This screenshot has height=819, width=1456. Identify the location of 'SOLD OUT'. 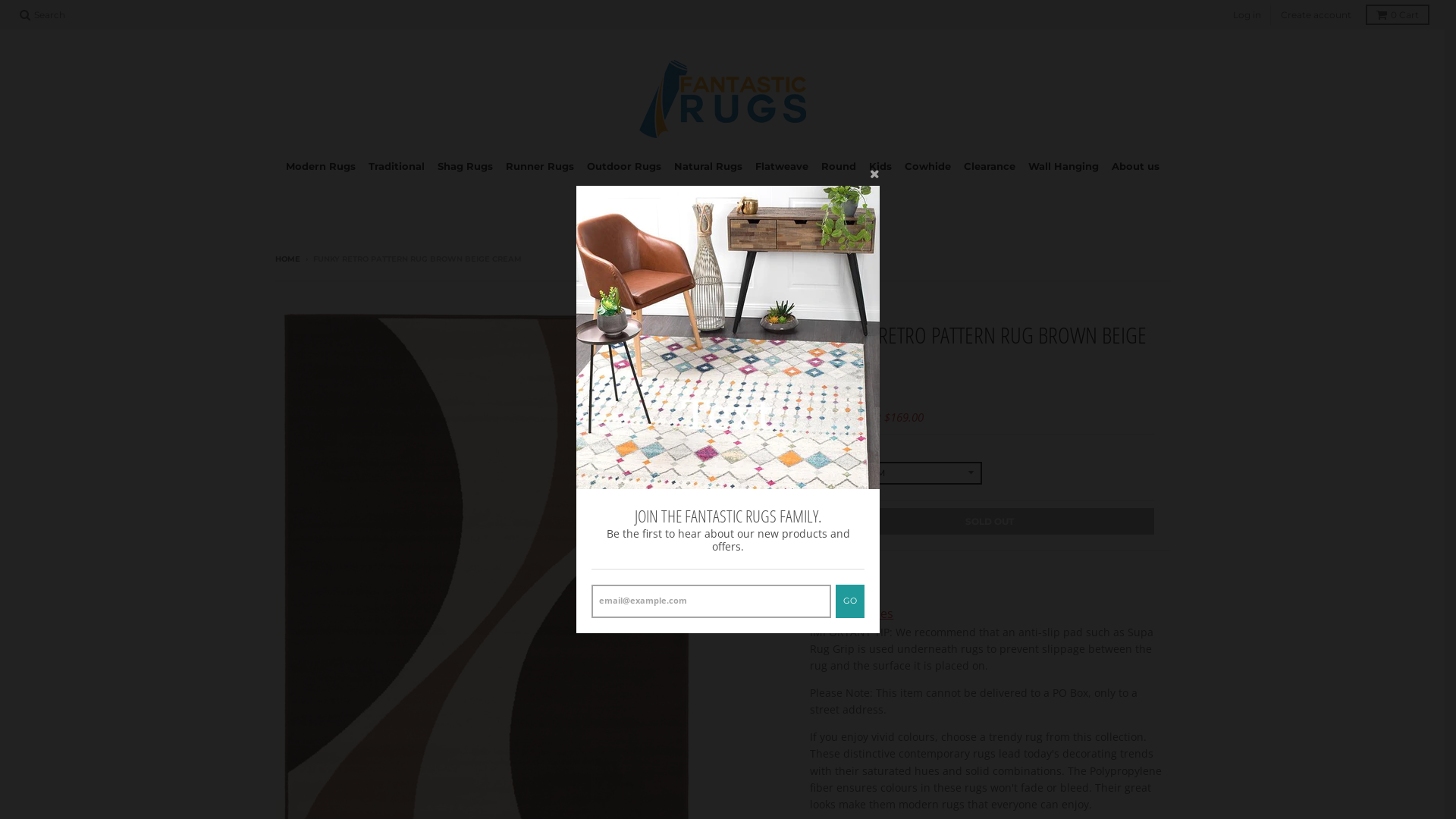
(990, 520).